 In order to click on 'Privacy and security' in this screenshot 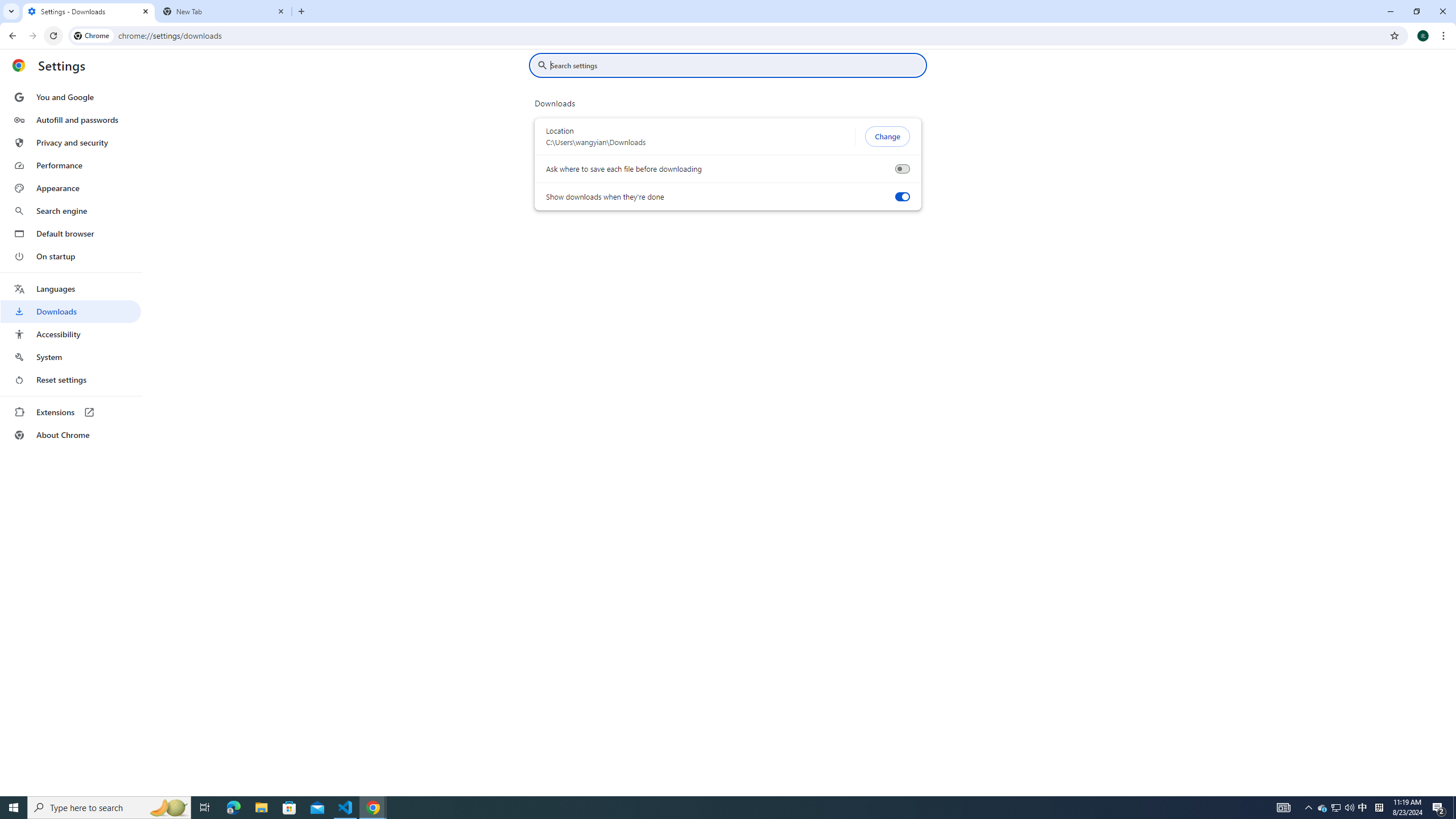, I will do `click(70, 142)`.